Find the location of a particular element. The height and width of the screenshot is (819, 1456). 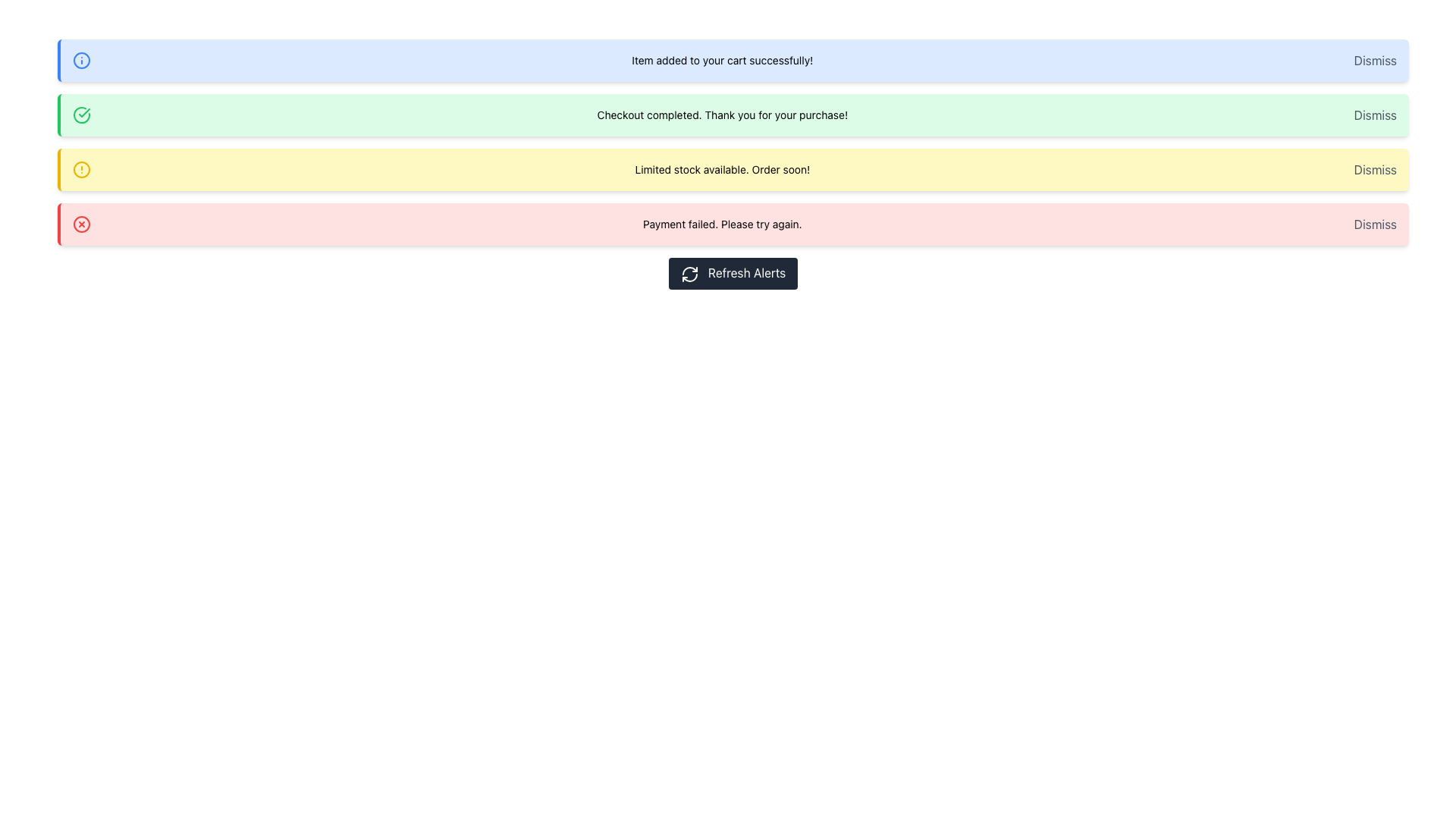

the refresh button located centrally at the bottom of the alert messages layout to refresh alerts is located at coordinates (733, 271).